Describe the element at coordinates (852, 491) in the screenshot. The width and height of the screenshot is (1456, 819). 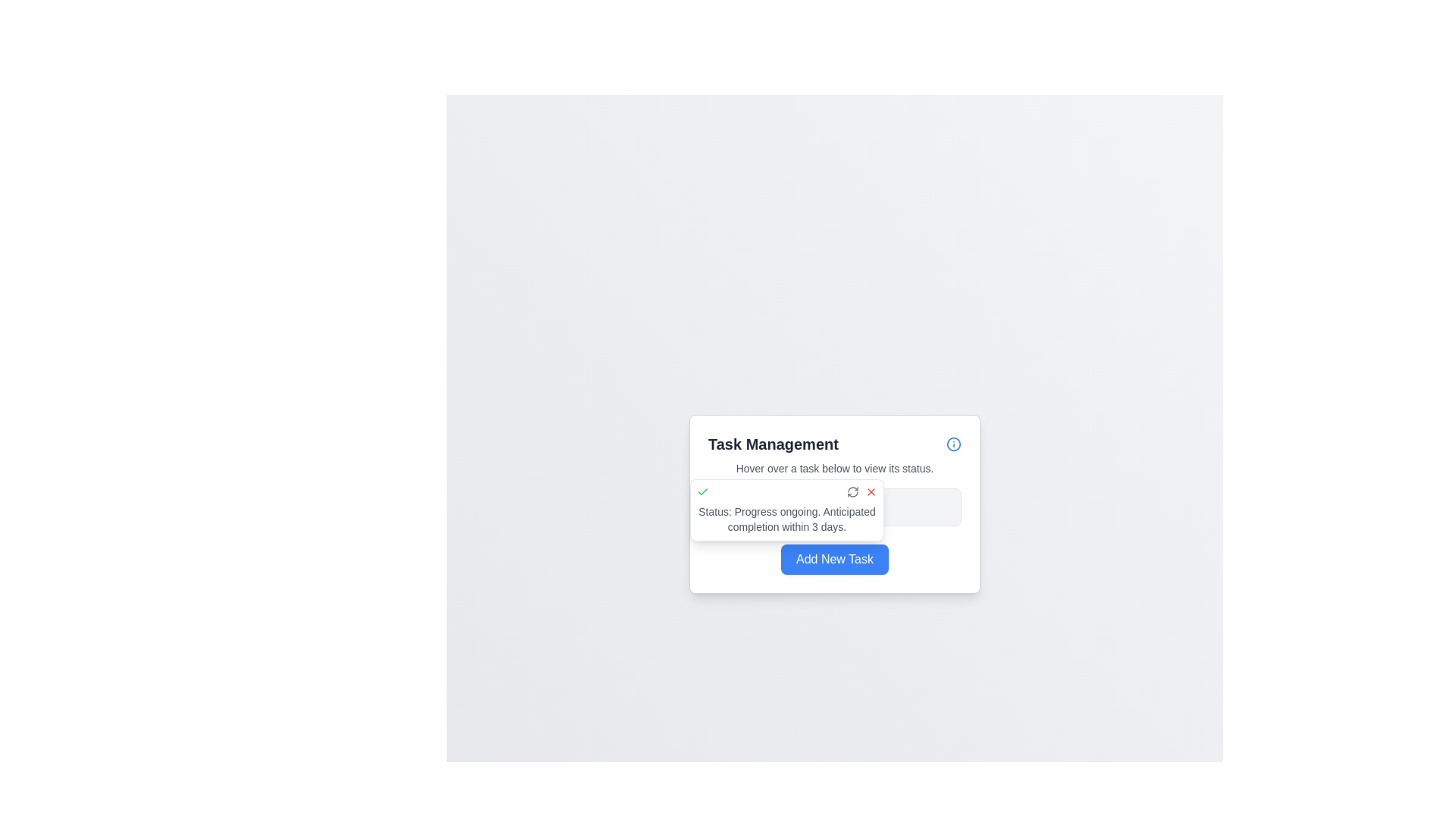
I see `the refresh icon button located between the green checkmark icon and the red cross icon` at that location.